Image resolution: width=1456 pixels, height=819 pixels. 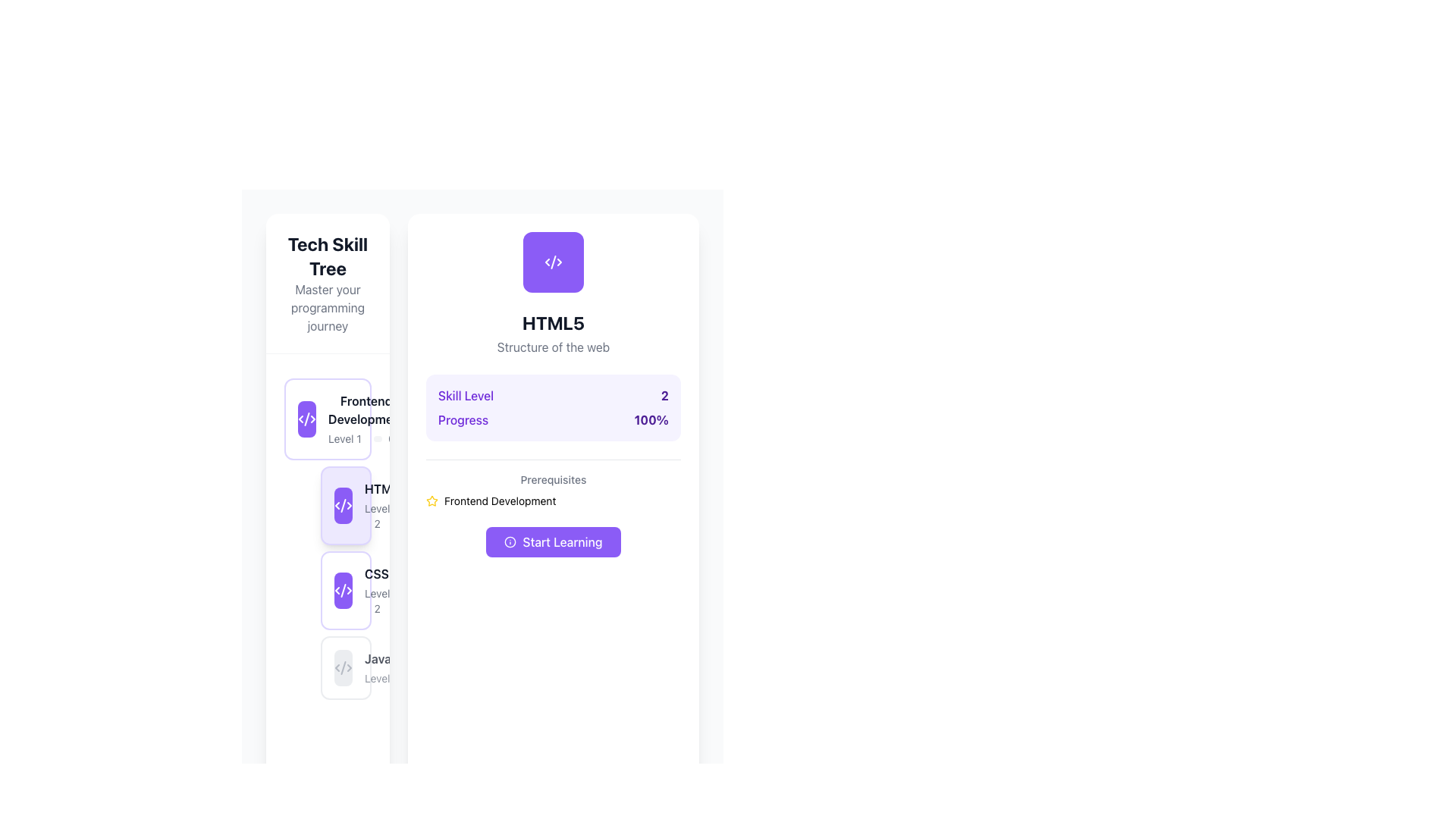 What do you see at coordinates (342, 506) in the screenshot?
I see `the central line of the SVG icon that represents coding or syntax-related operations in the navigation sidebar` at bounding box center [342, 506].